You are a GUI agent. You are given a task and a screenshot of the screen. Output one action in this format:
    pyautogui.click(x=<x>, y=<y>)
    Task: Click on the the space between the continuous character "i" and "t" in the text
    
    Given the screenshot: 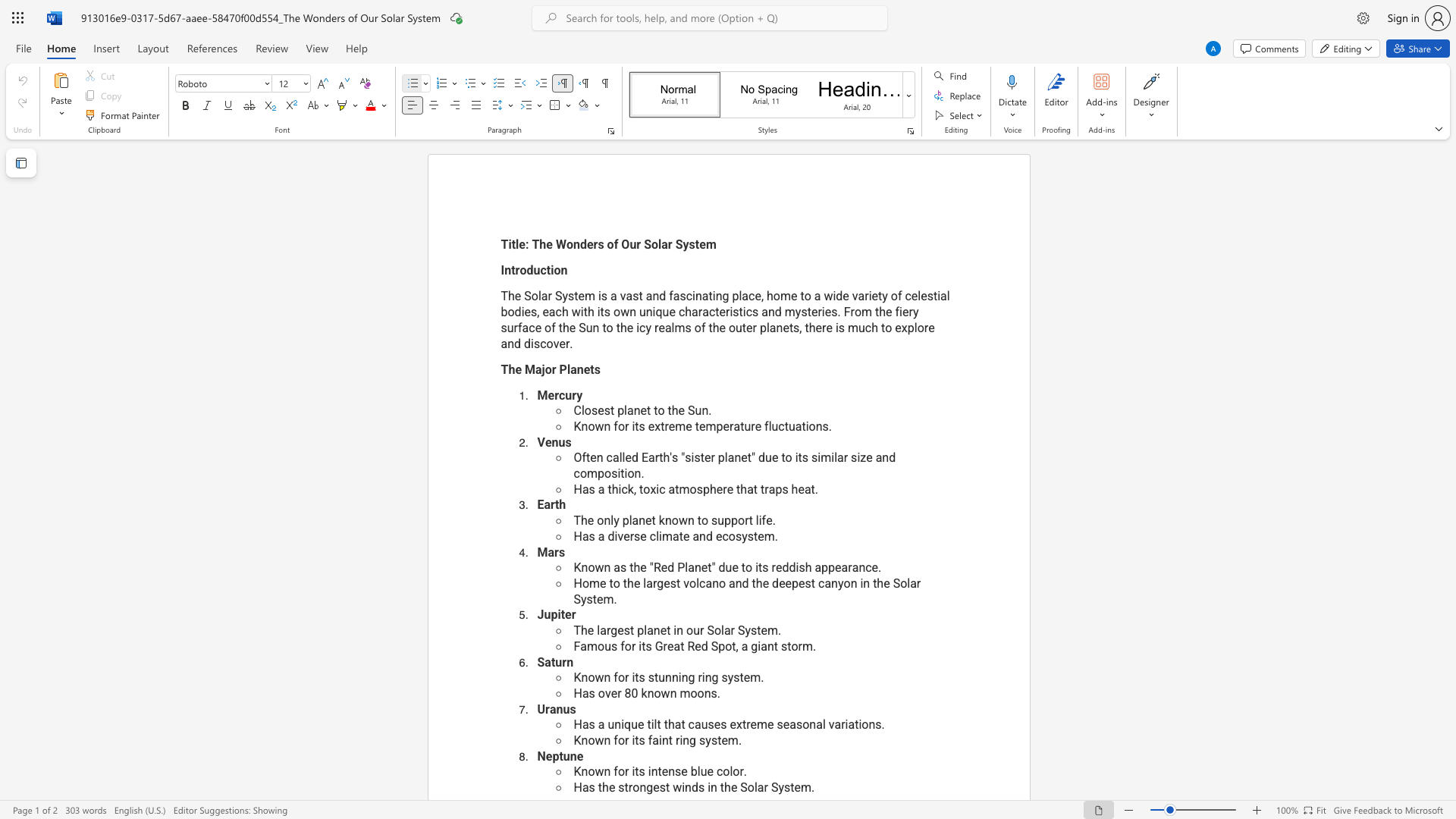 What is the action you would take?
    pyautogui.click(x=635, y=771)
    